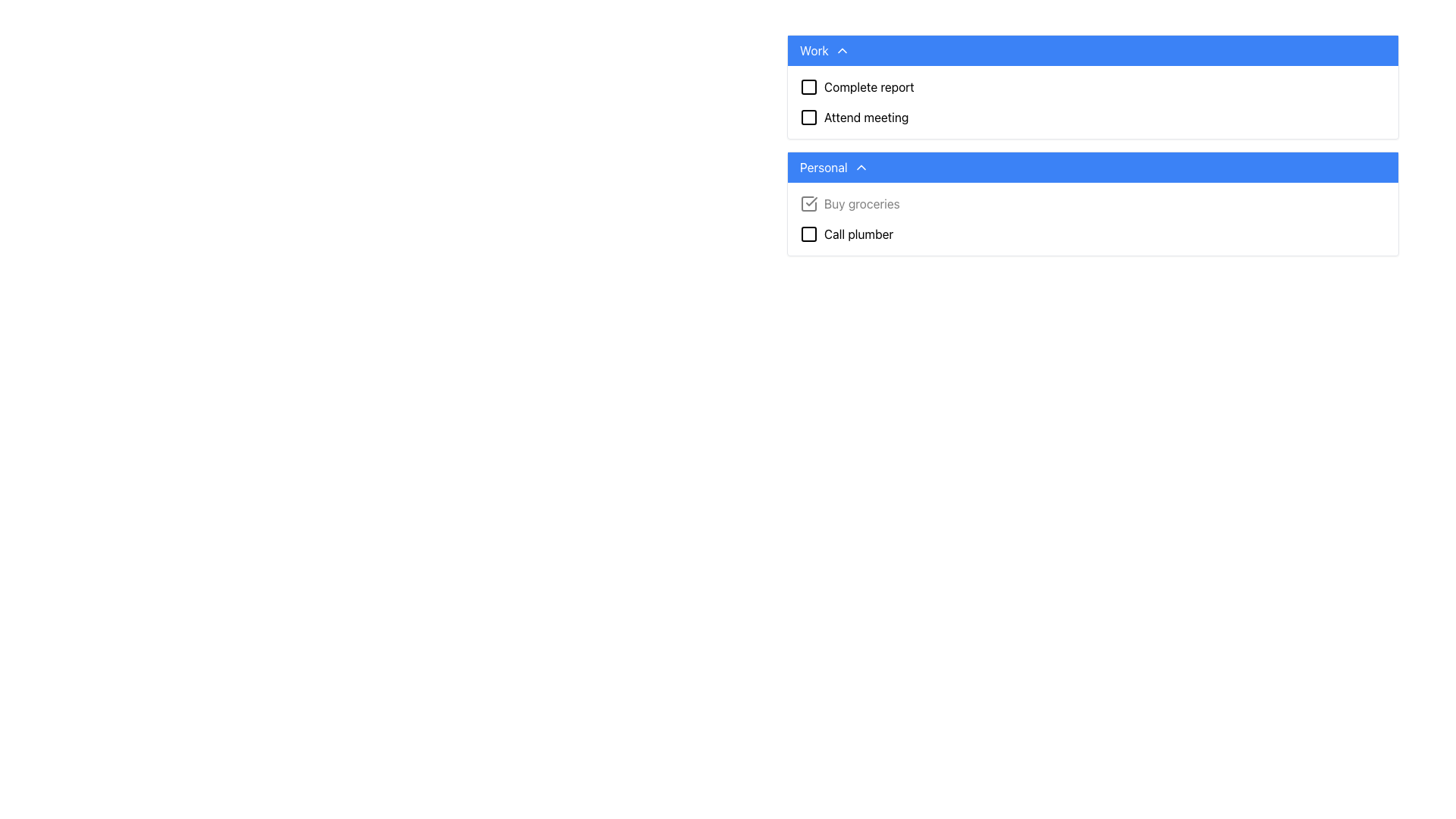 The width and height of the screenshot is (1456, 819). Describe the element at coordinates (808, 87) in the screenshot. I see `the decorative icon labeled 'Complete report' located at the top-left corner of the 'Work' section interface` at that location.